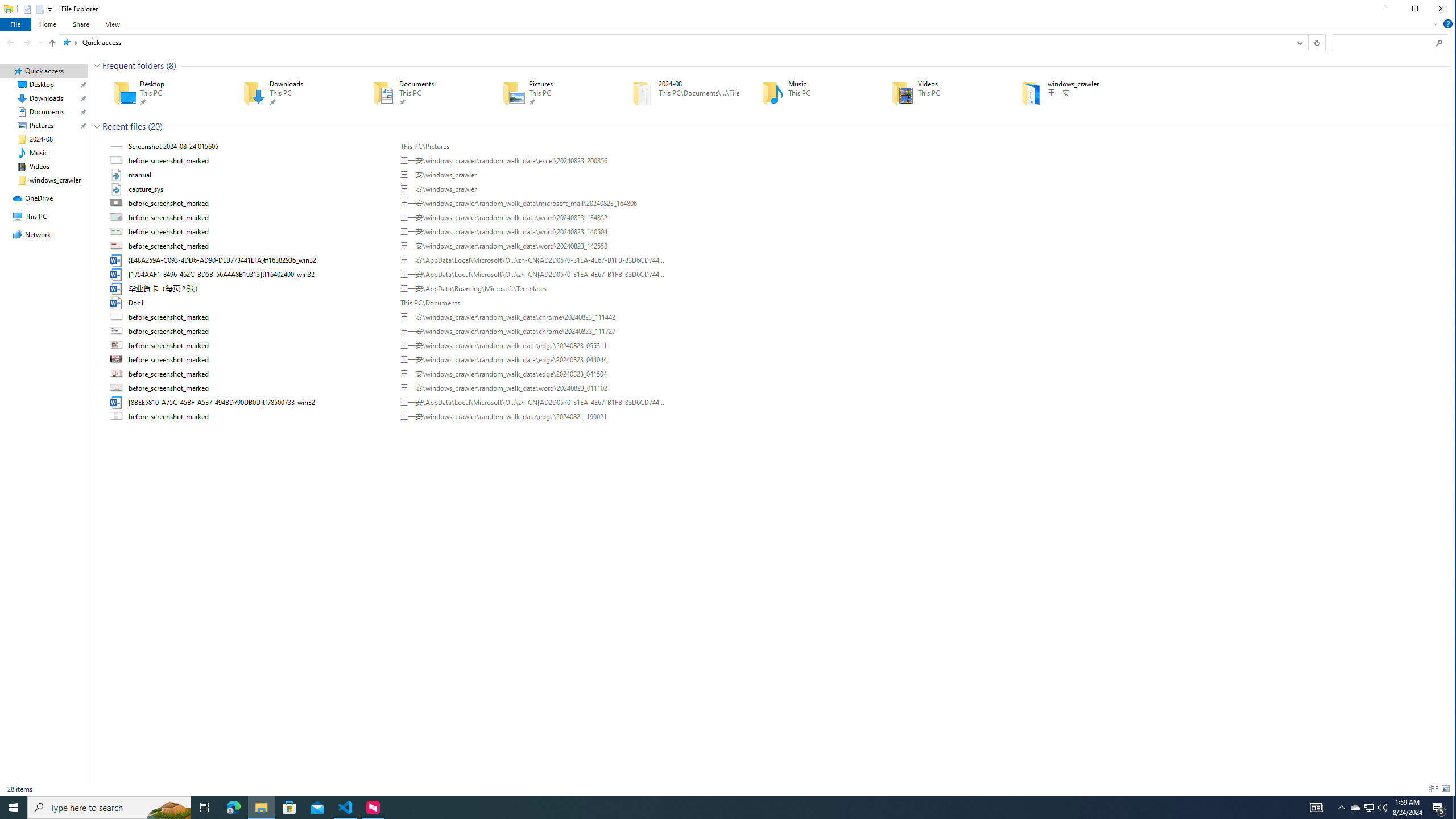  I want to click on 'All locations', so click(69, 42).